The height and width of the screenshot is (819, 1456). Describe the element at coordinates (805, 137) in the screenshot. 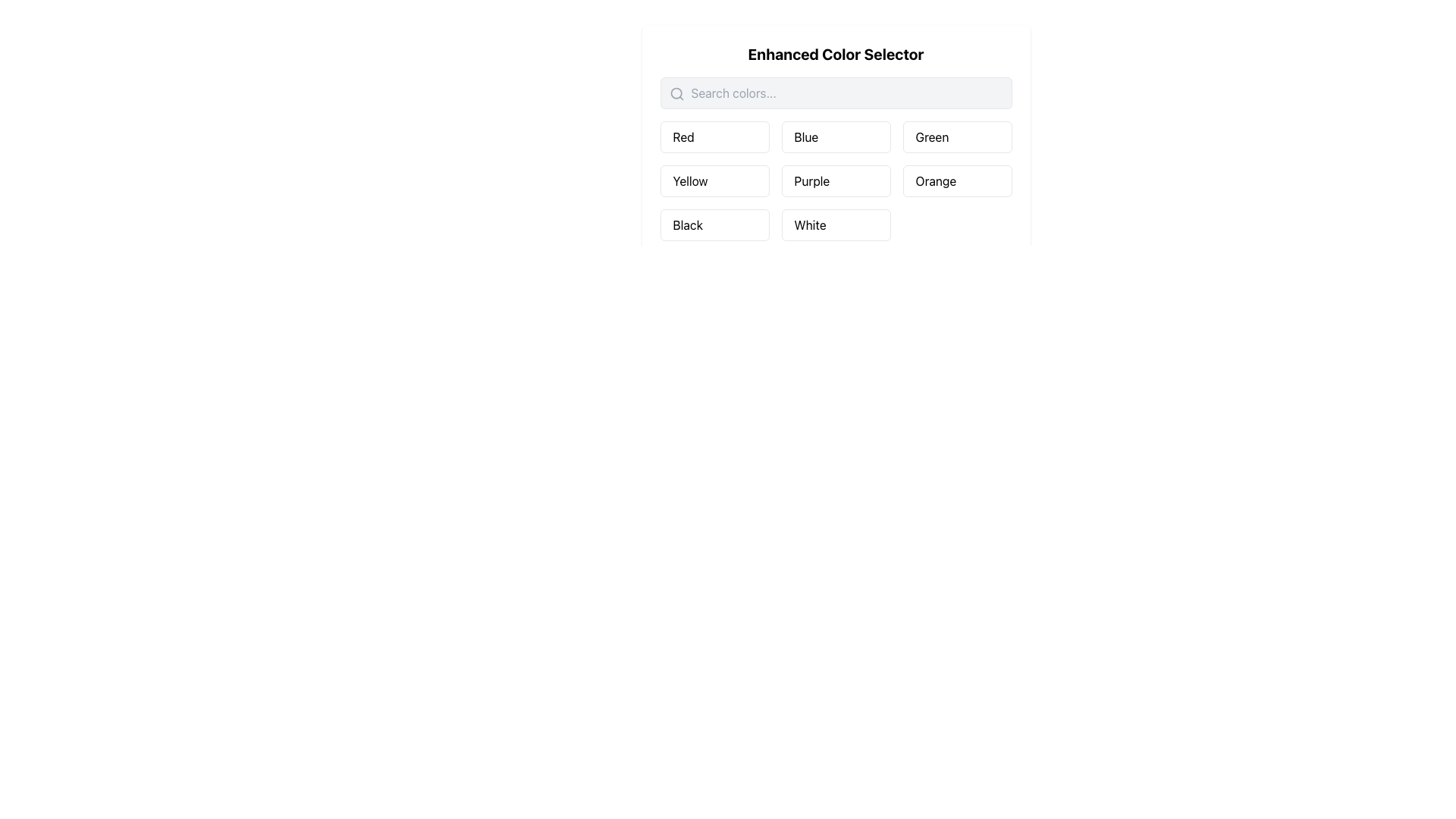

I see `the 'Blue' button in the Enhanced Color Selector section` at that location.